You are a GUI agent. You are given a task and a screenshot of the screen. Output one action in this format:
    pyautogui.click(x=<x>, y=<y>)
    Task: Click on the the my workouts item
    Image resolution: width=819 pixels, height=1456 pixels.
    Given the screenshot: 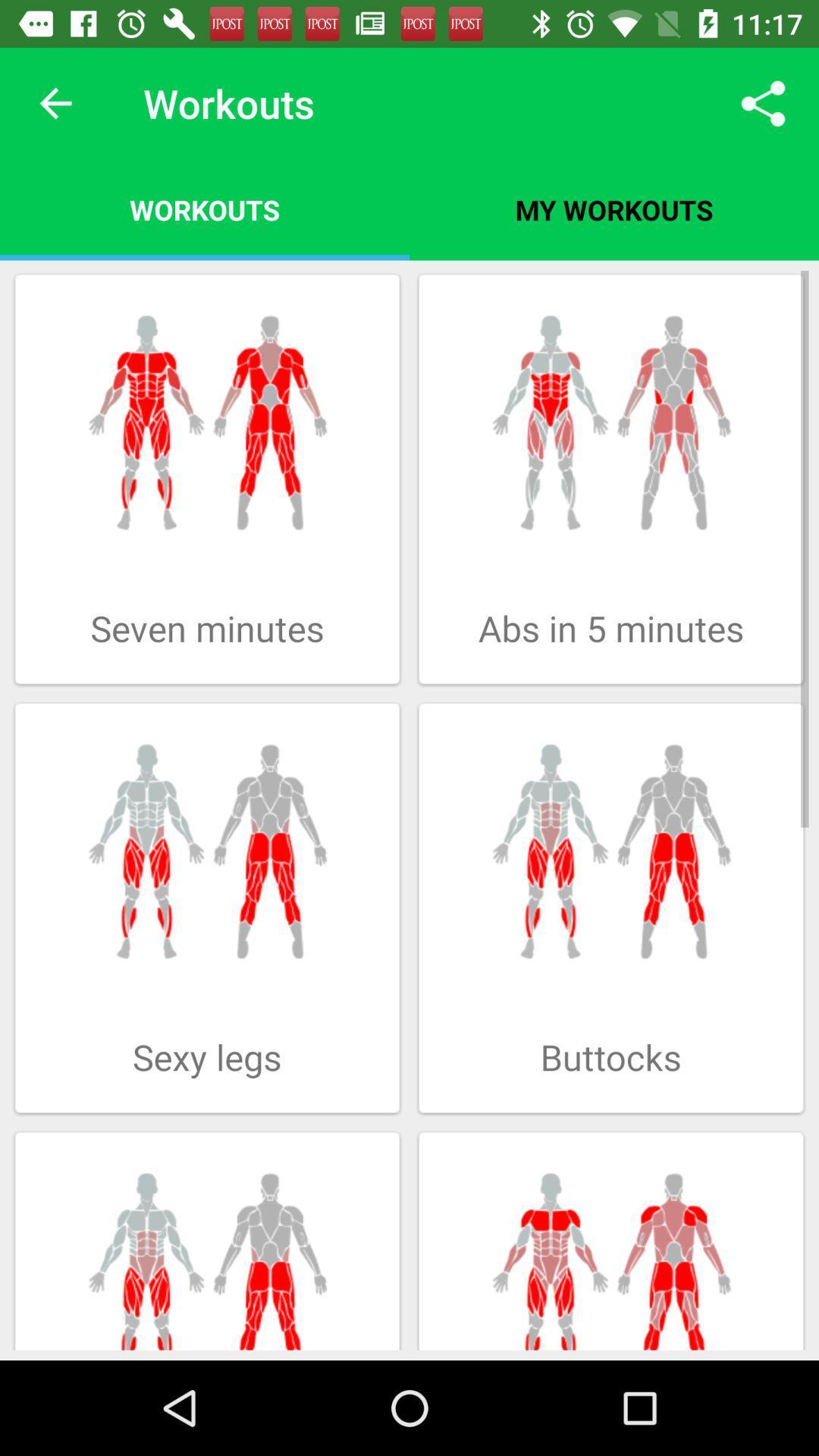 What is the action you would take?
    pyautogui.click(x=614, y=209)
    